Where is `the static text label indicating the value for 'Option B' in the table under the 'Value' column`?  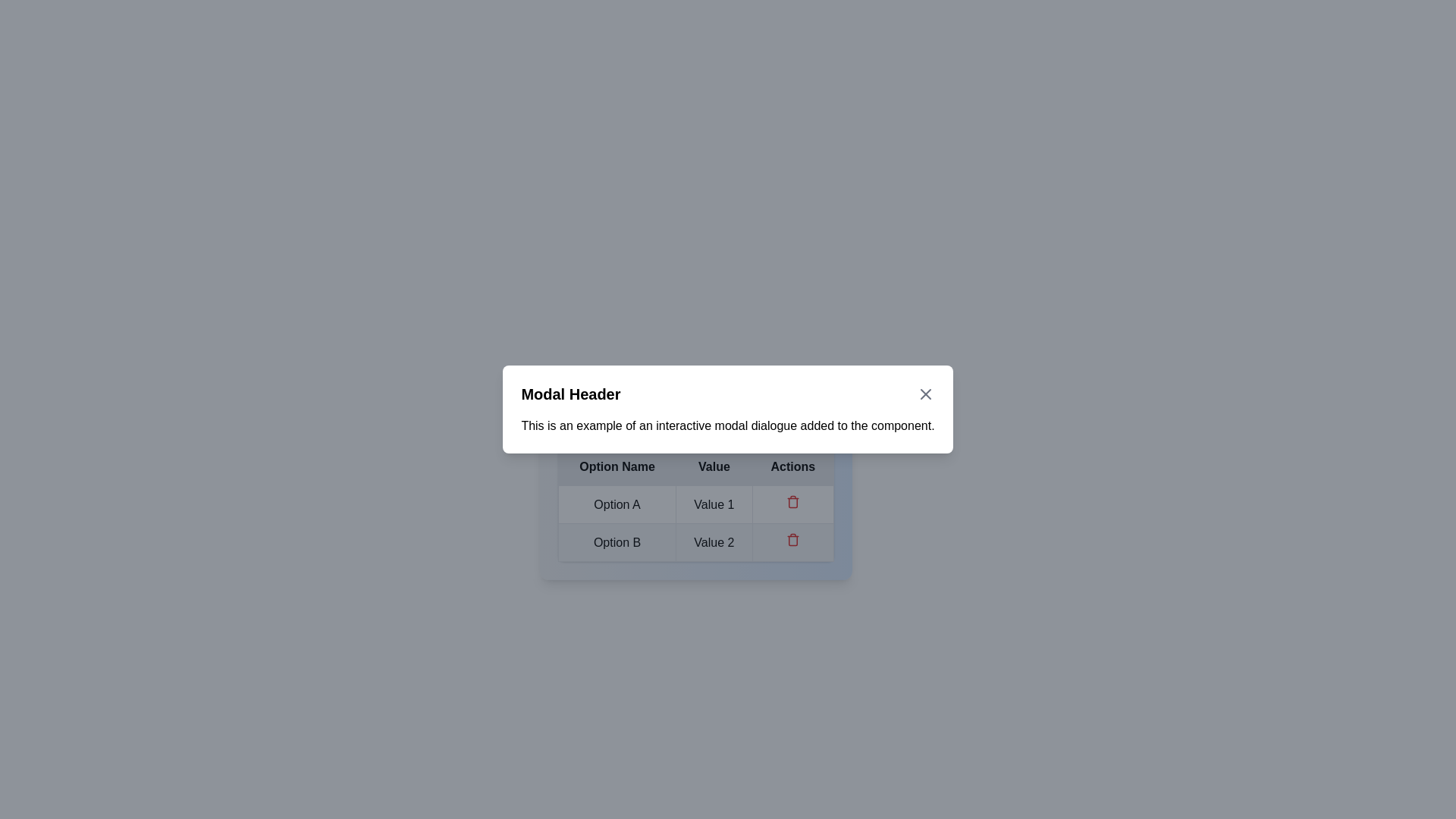 the static text label indicating the value for 'Option B' in the table under the 'Value' column is located at coordinates (713, 541).